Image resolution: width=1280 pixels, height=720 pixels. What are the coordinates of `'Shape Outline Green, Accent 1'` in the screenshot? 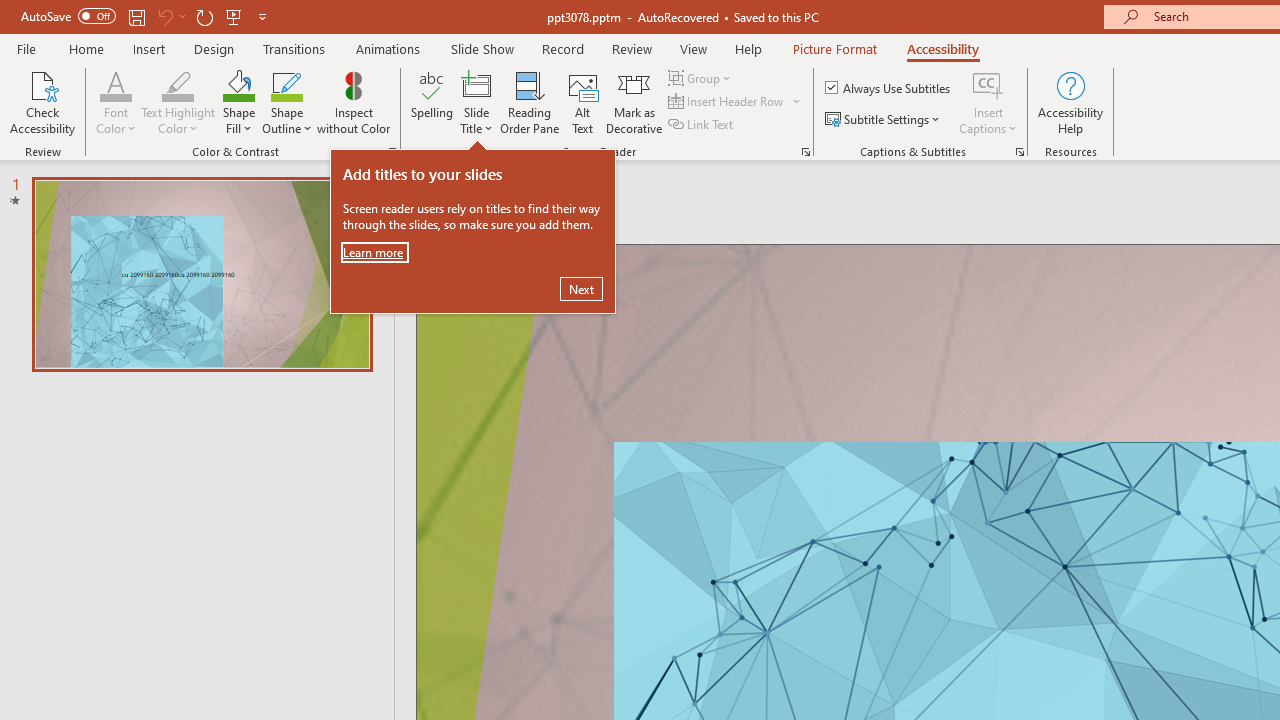 It's located at (286, 84).